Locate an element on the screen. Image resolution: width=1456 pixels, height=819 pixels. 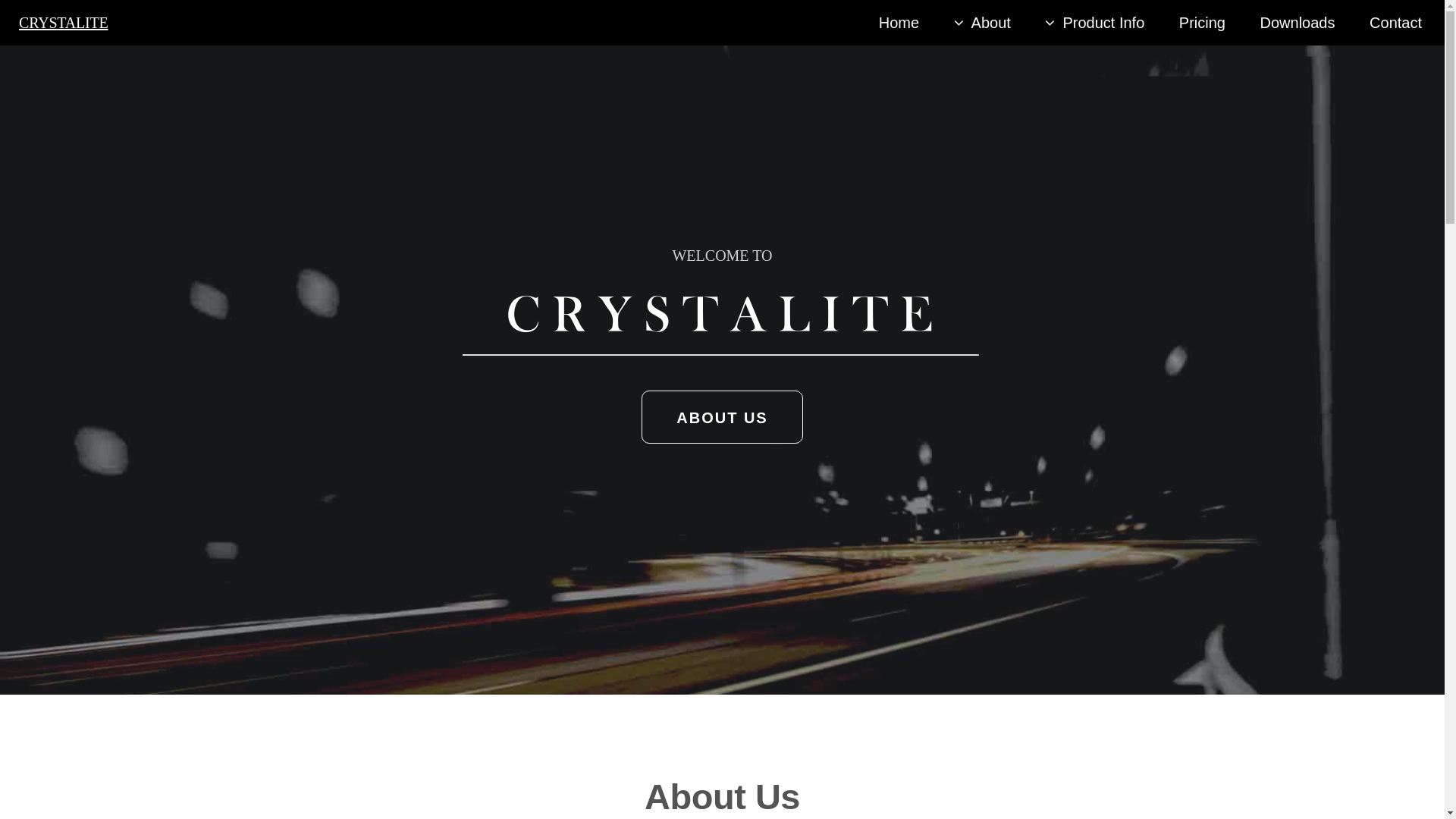
'Downloads' is located at coordinates (1260, 23).